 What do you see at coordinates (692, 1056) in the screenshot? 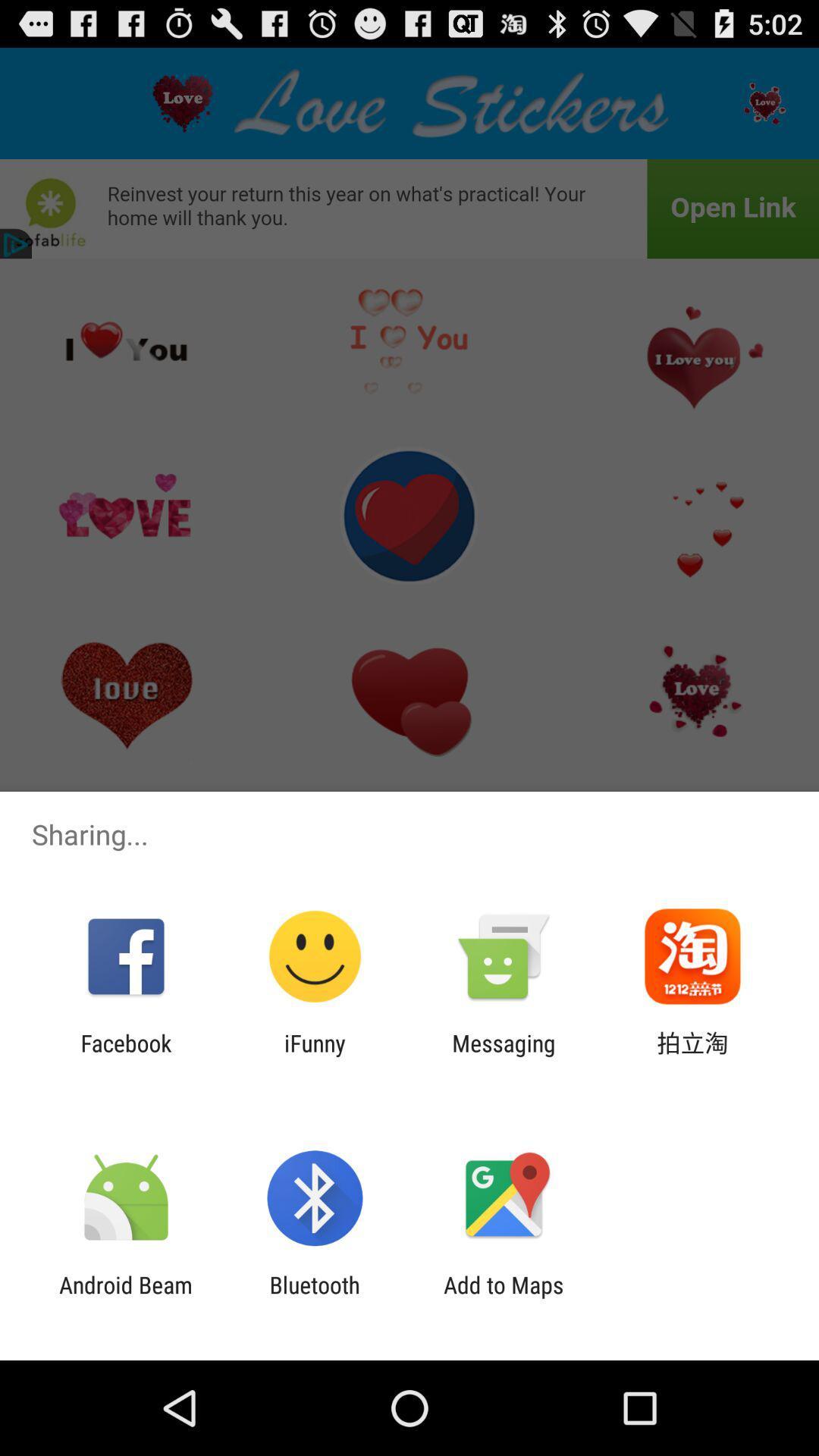
I see `the app to the right of the messaging` at bounding box center [692, 1056].